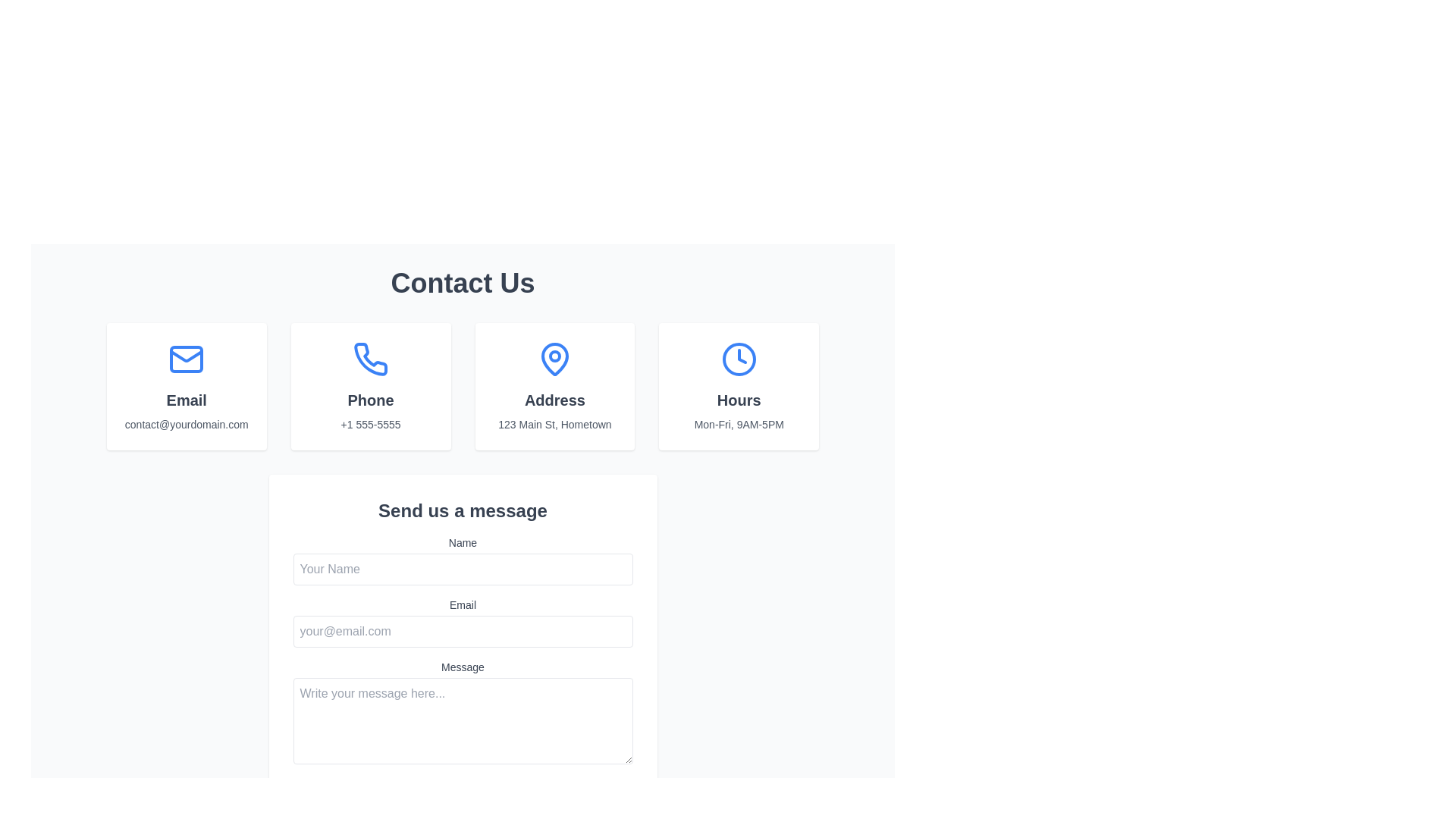  Describe the element at coordinates (554, 400) in the screenshot. I see `the Text label that provides context for the location information, positioned below the circular pin icon and above the address '123 Main St, Hometown' in the center section of the grid under 'Contact Us'` at that location.